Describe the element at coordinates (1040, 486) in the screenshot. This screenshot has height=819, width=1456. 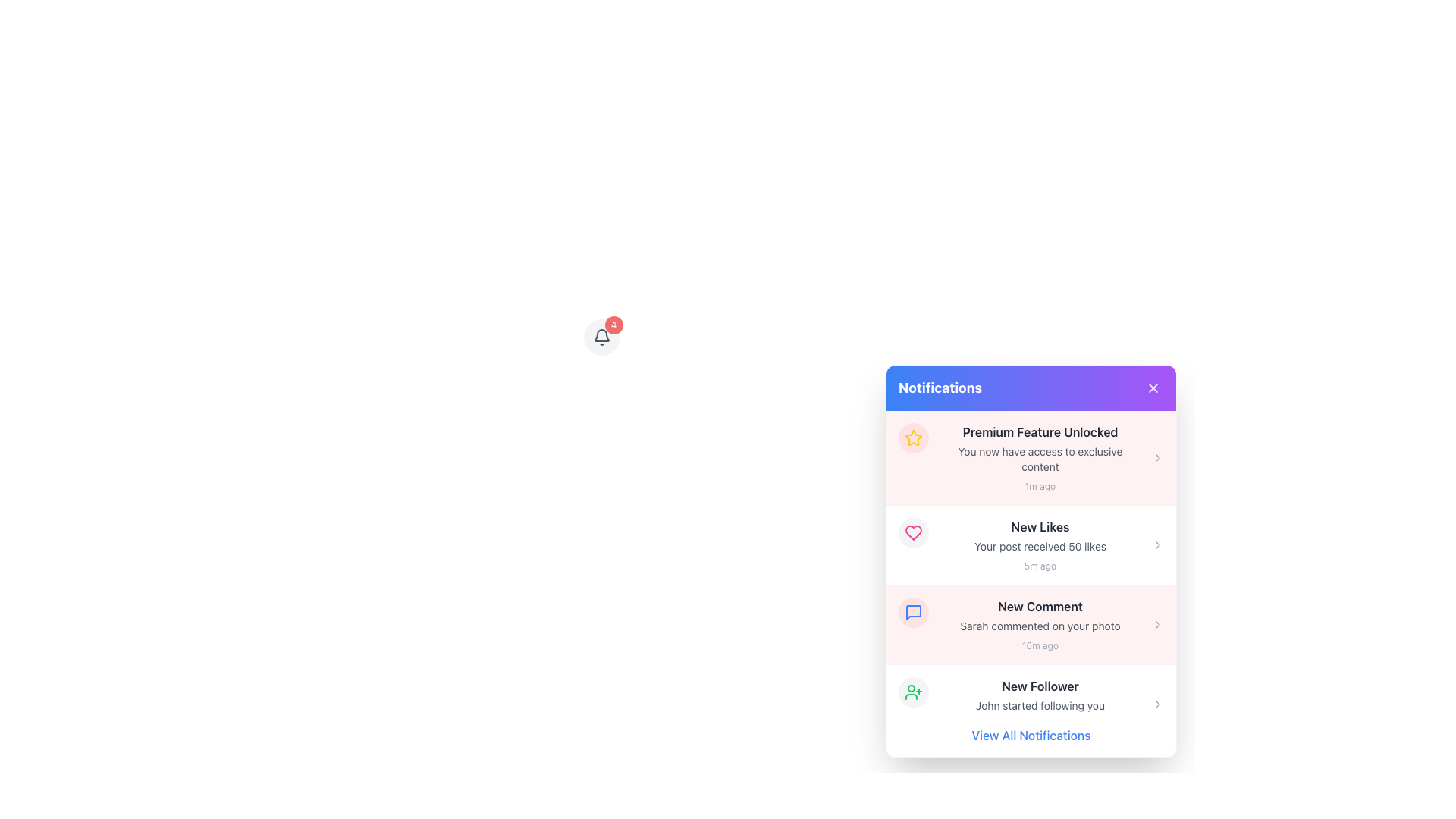
I see `the text label that reads '1m ago,' which is styled in light gray and located below the premium feature notification text` at that location.